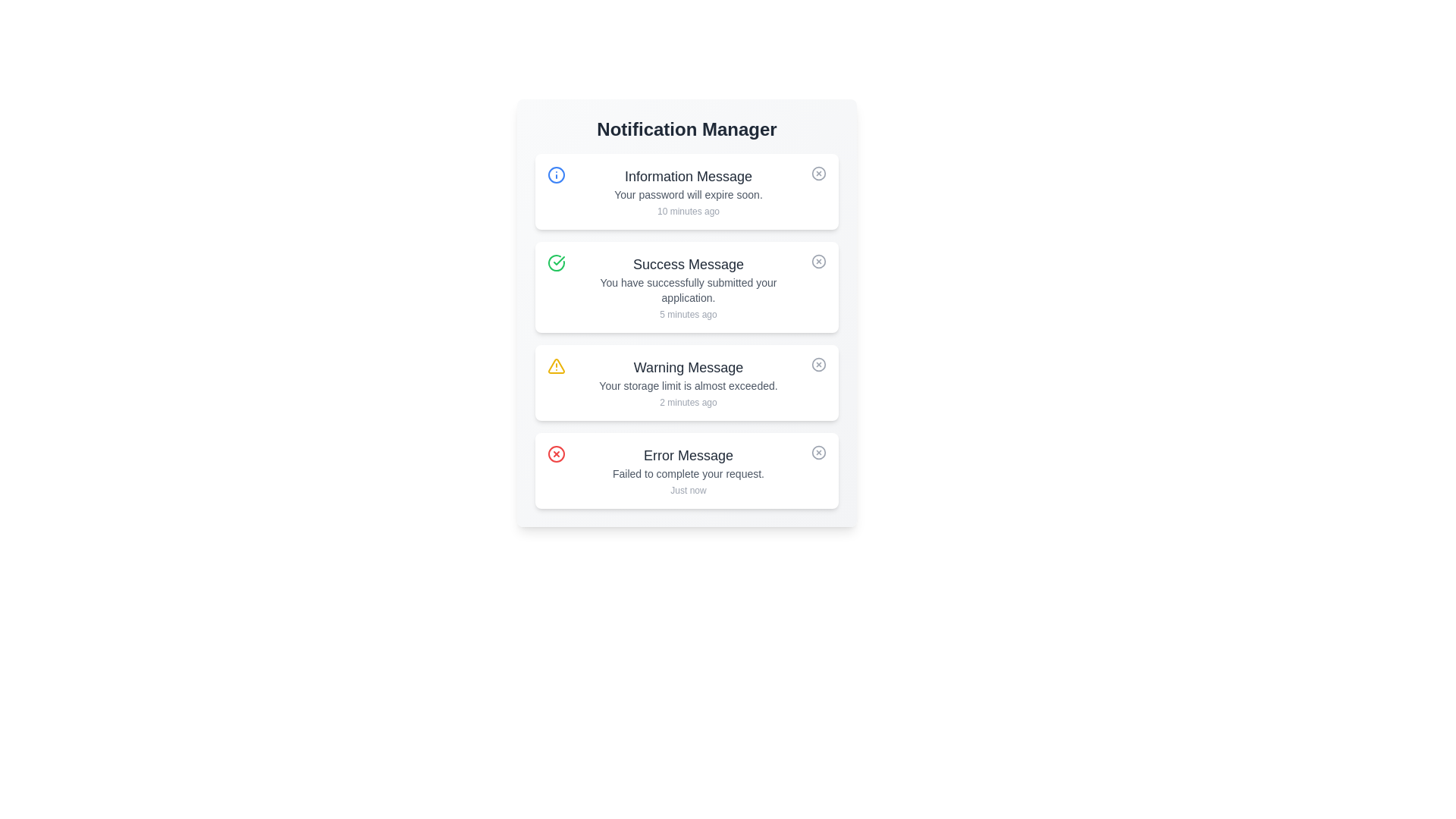 The image size is (1456, 819). I want to click on the decorative part of the 'close' icon for the 'Error Message' notification, which is positioned within a red-bordered 'X' icon at the far-right of the notification card, so click(556, 453).